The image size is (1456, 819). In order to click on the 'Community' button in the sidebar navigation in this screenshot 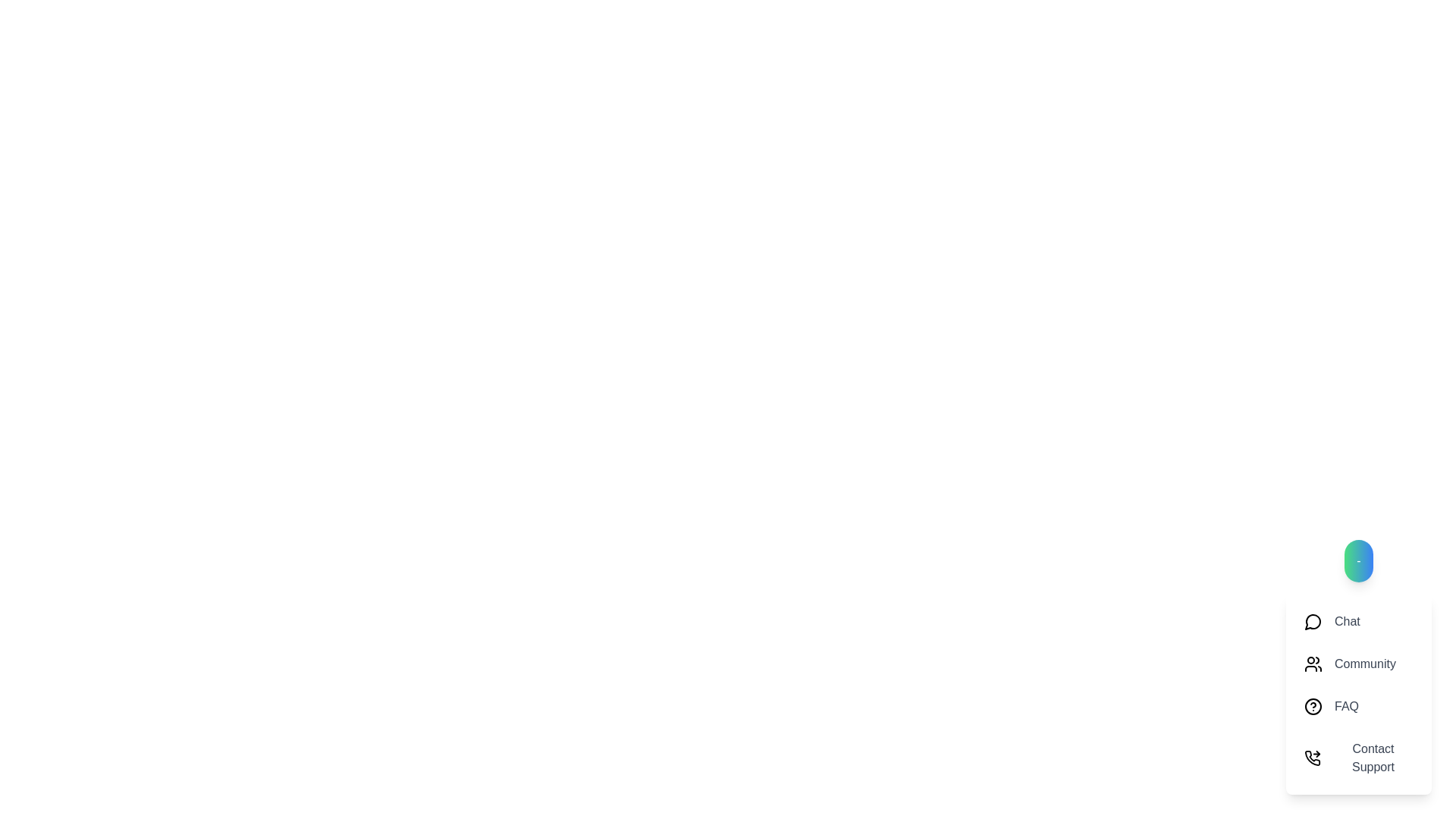, I will do `click(1358, 663)`.